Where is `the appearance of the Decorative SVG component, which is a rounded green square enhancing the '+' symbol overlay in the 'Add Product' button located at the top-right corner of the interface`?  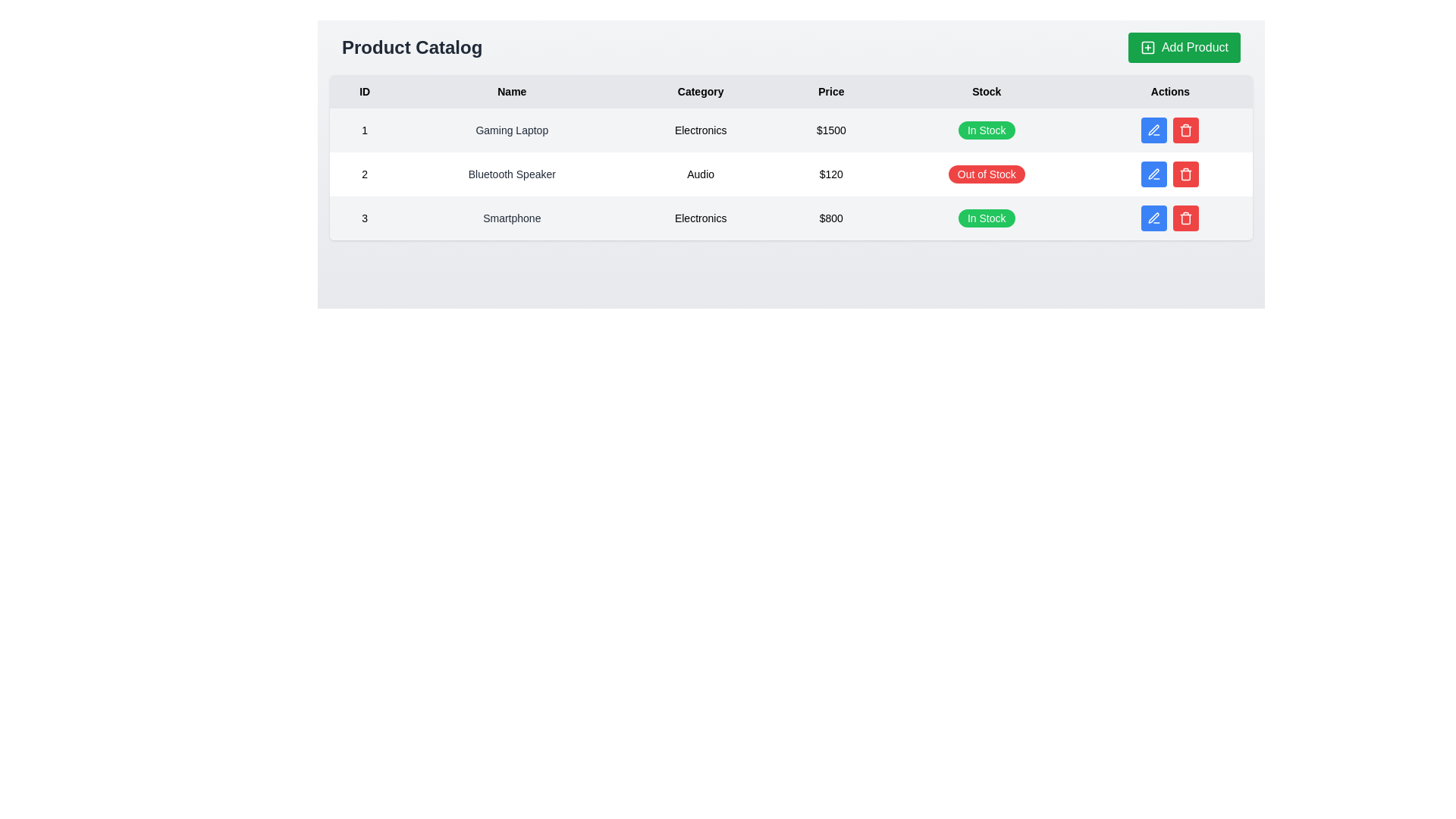
the appearance of the Decorative SVG component, which is a rounded green square enhancing the '+' symbol overlay in the 'Add Product' button located at the top-right corner of the interface is located at coordinates (1147, 46).